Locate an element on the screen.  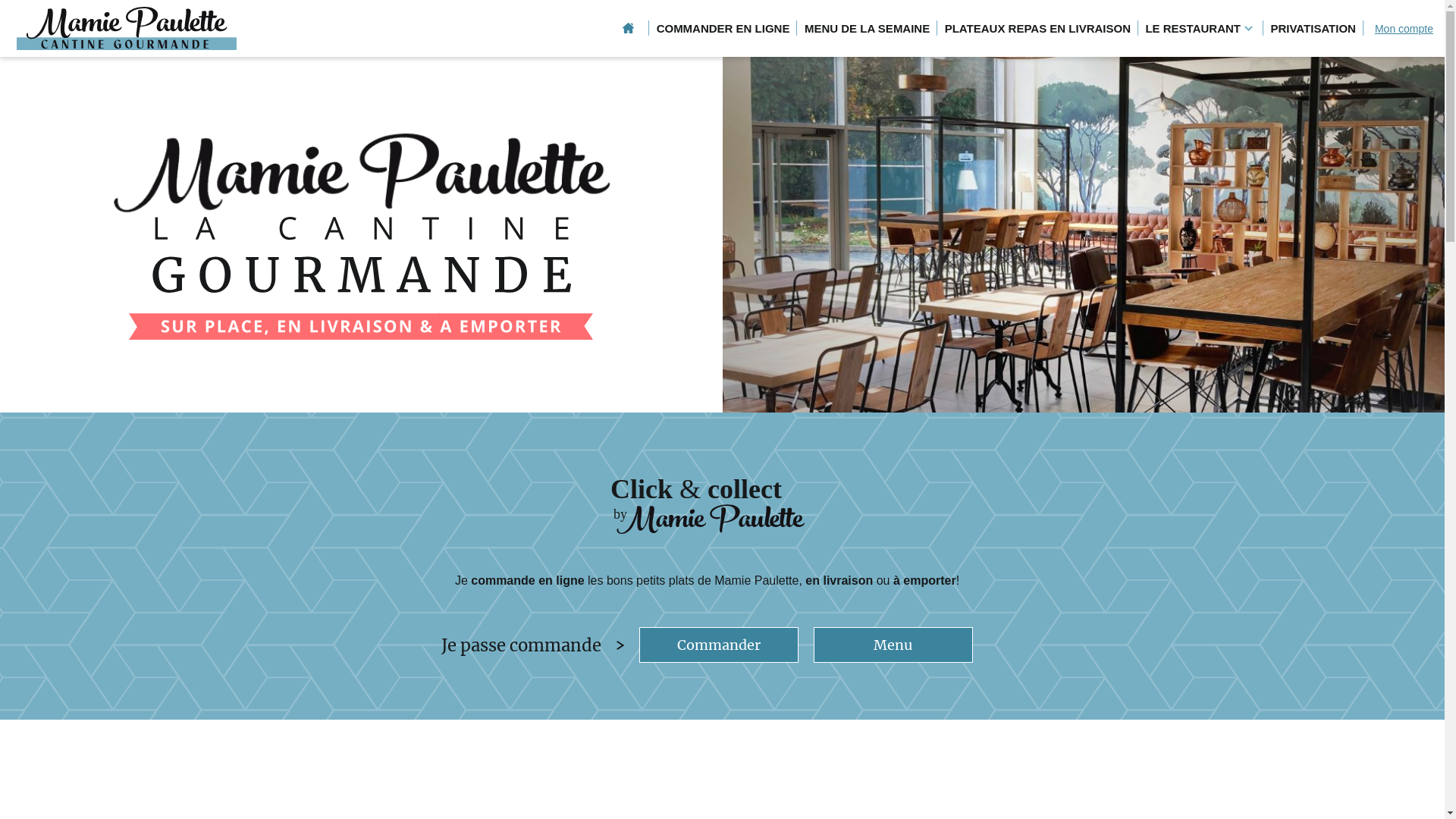
'Menu' is located at coordinates (893, 645).